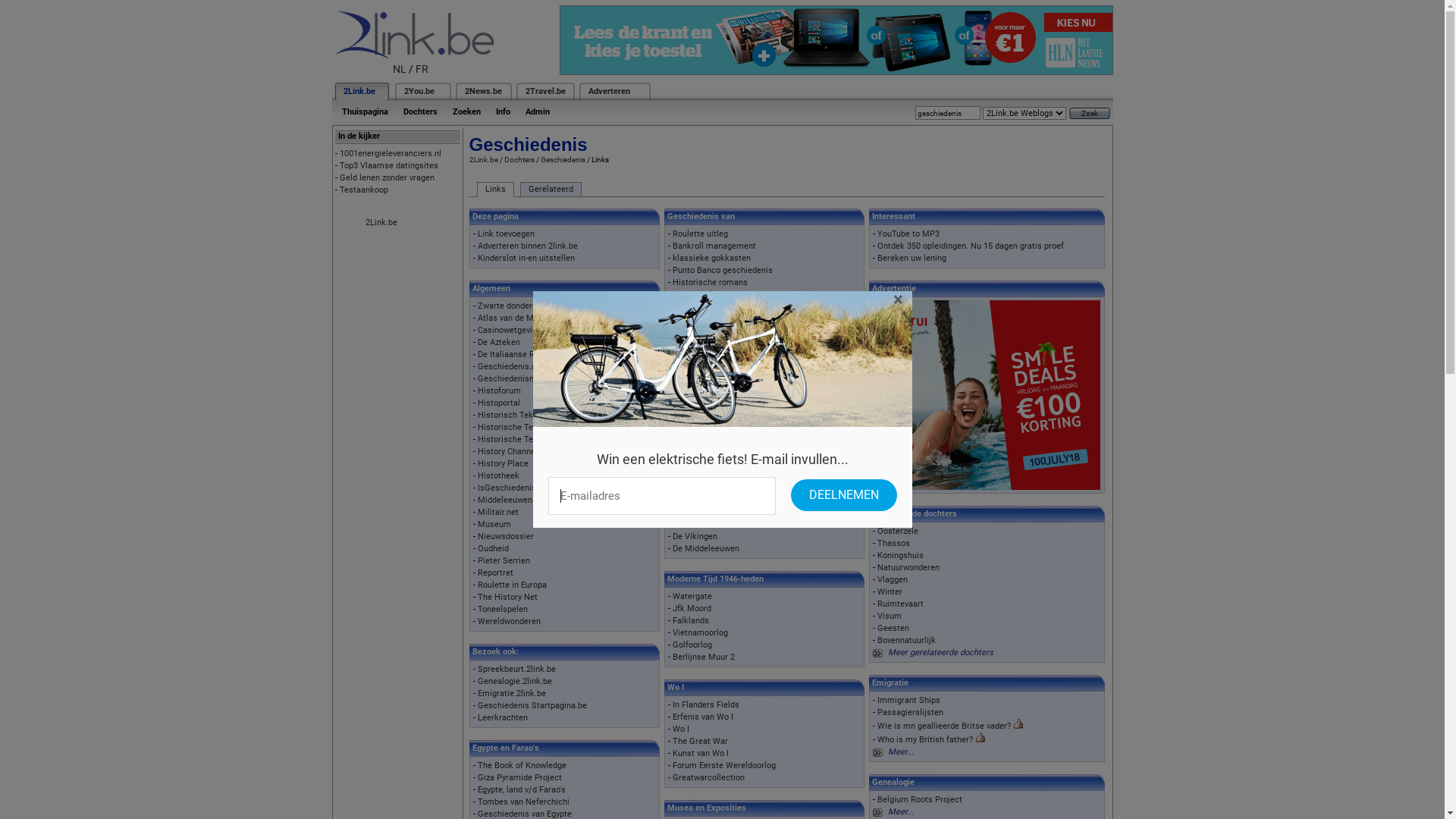 This screenshot has width=1456, height=819. I want to click on 'Immigrant Ships', so click(908, 700).